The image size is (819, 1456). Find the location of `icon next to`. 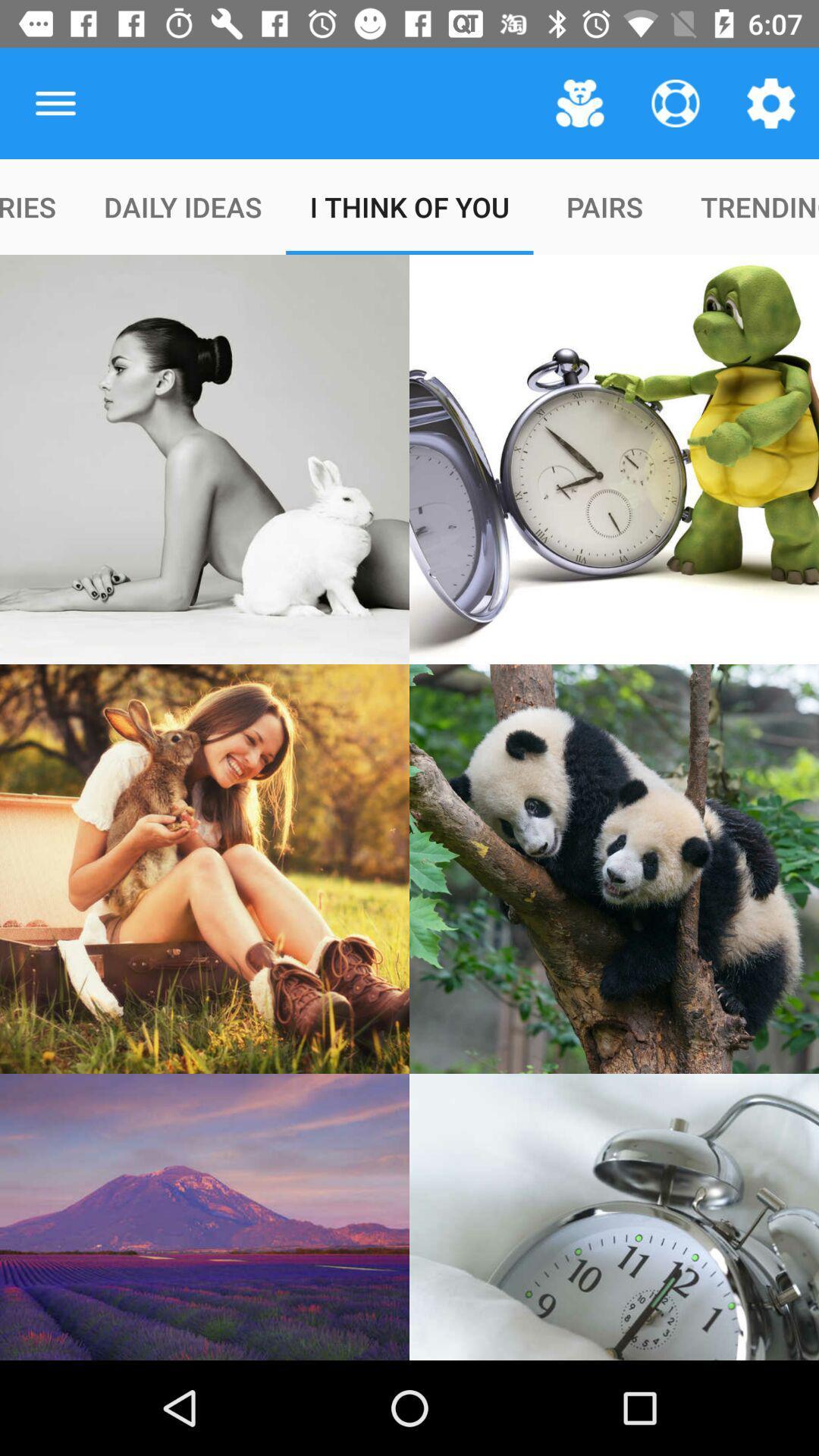

icon next to is located at coordinates (579, 102).